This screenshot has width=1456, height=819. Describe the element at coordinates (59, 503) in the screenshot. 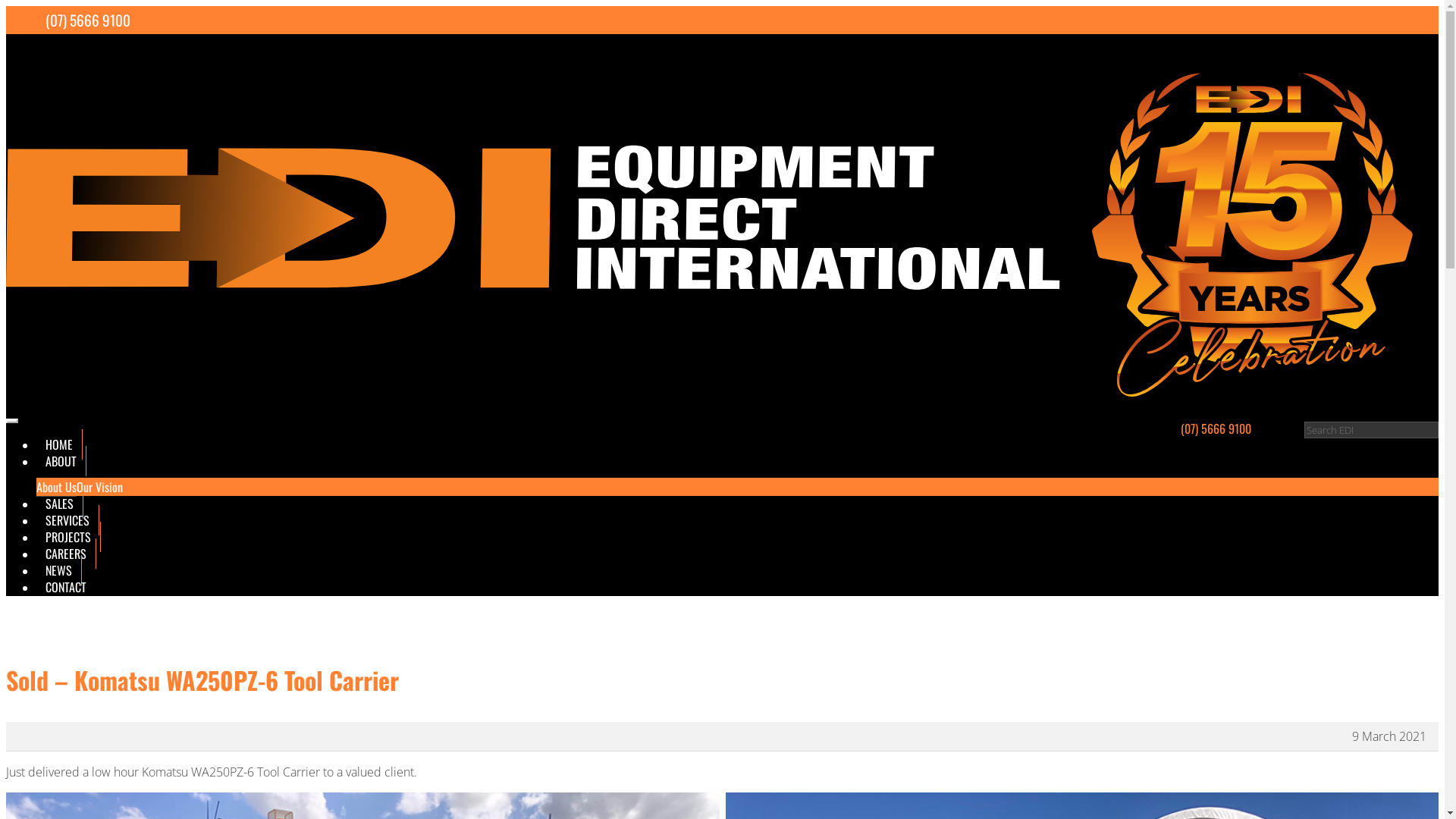

I see `'SALES'` at that location.